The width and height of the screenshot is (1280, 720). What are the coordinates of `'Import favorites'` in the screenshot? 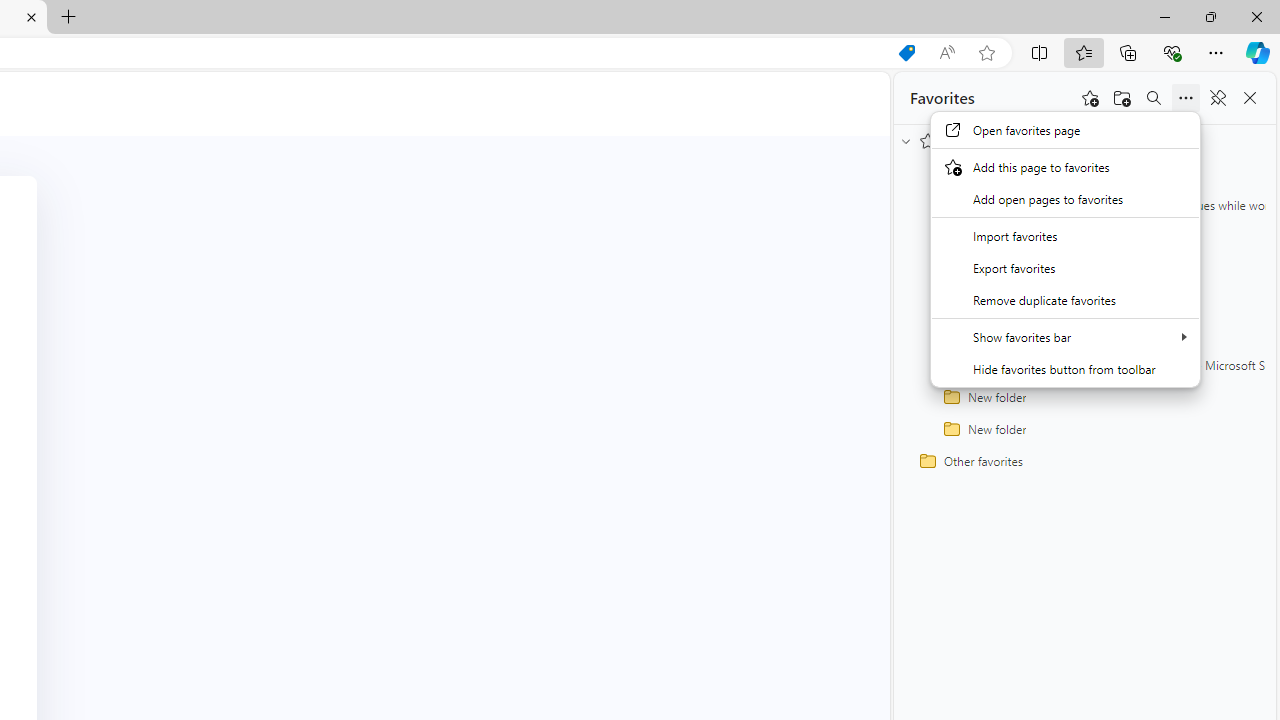 It's located at (1064, 235).